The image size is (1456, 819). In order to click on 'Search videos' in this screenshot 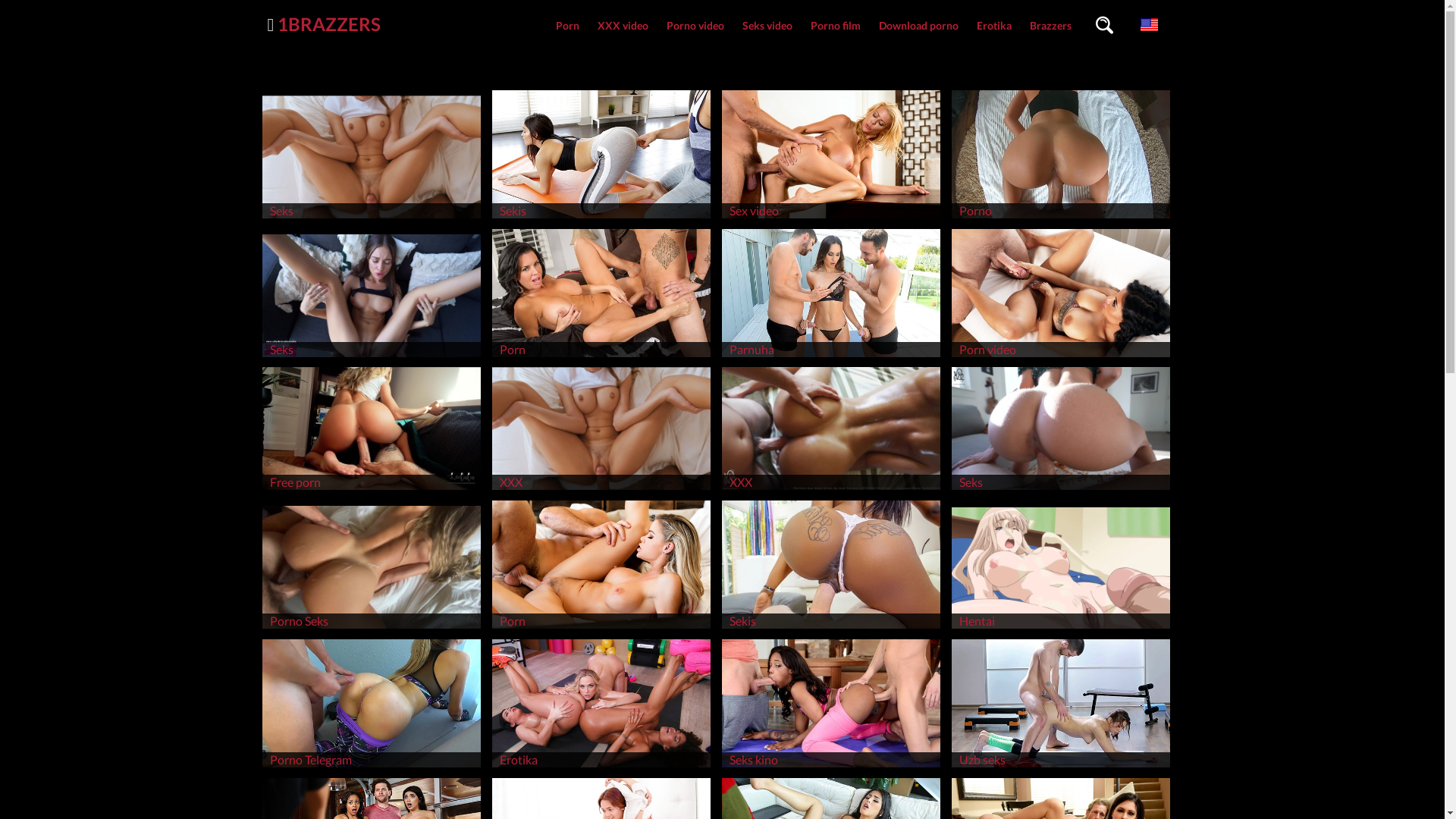, I will do `click(1103, 26)`.